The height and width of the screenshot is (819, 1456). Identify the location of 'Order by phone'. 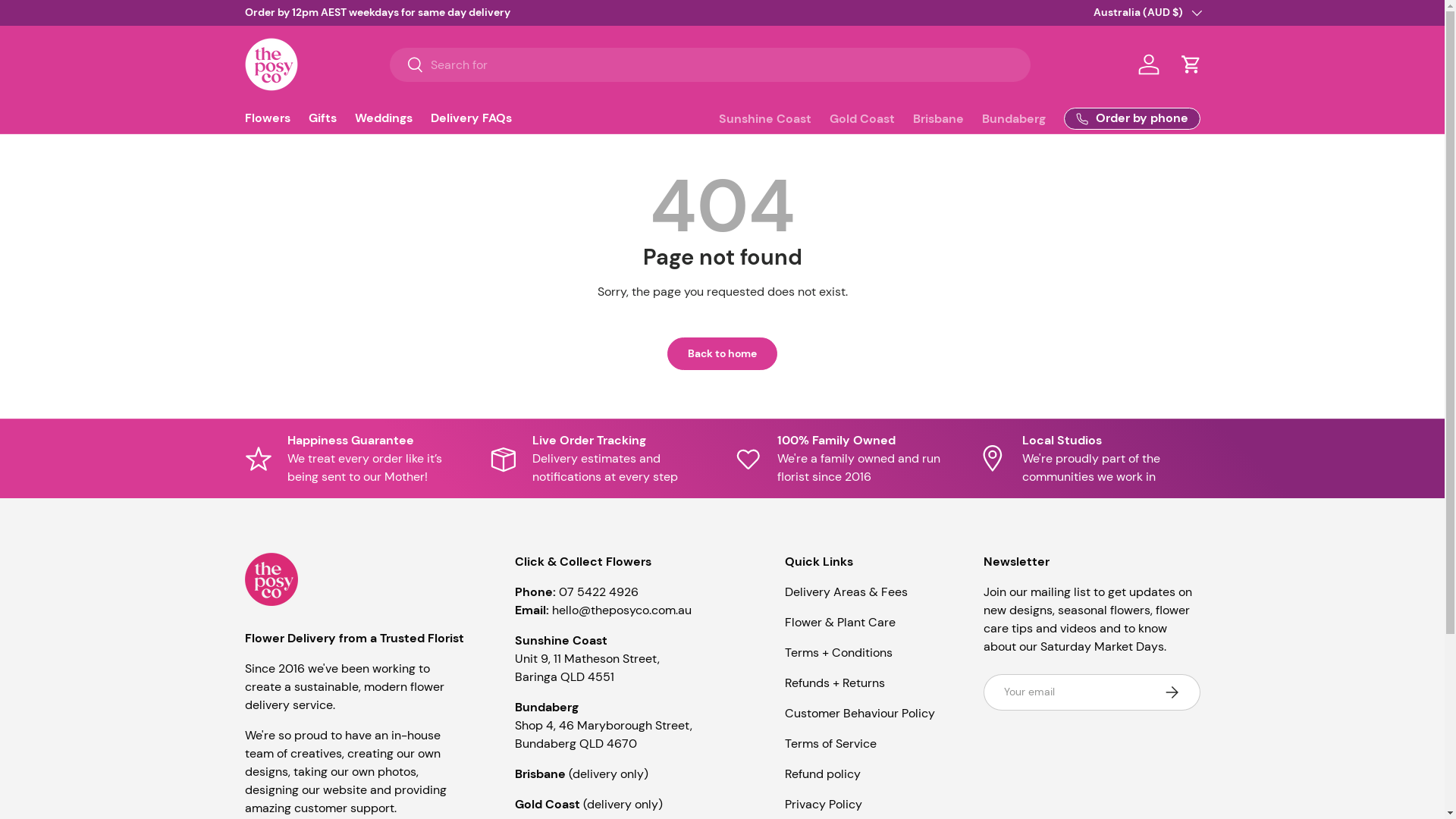
(1131, 118).